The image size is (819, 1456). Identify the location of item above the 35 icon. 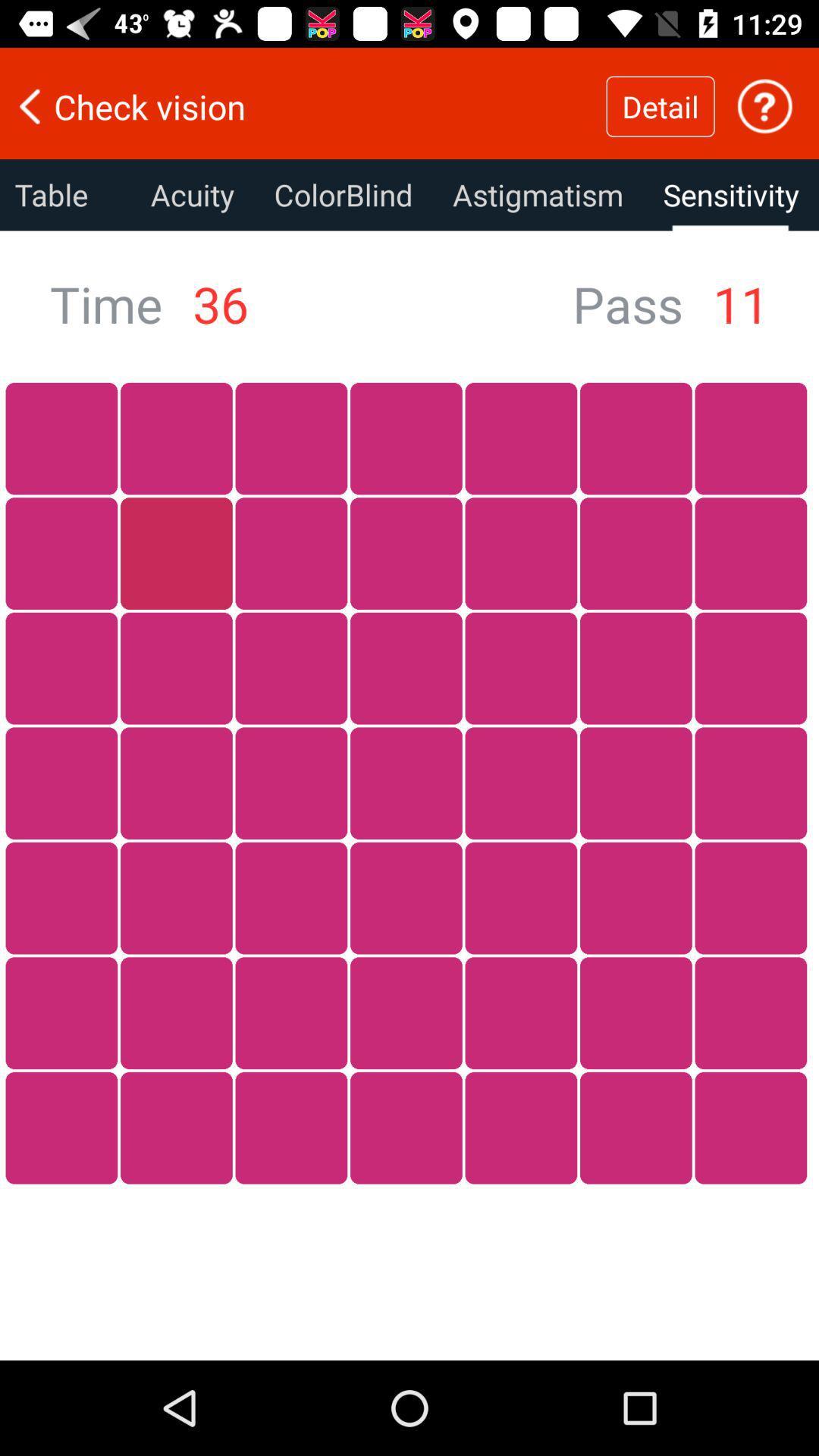
(343, 194).